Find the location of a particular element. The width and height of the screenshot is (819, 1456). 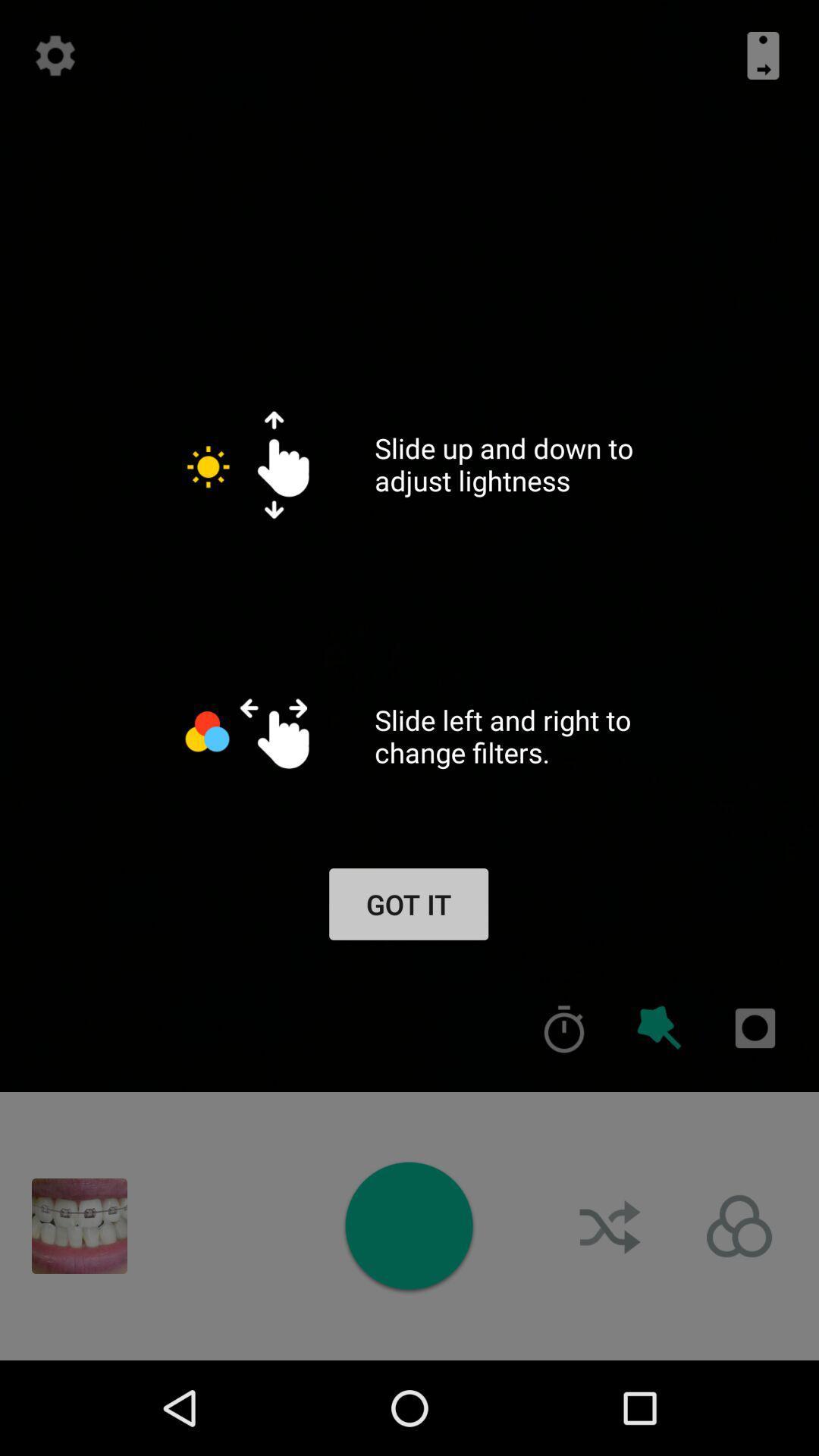

the time icon is located at coordinates (564, 1100).